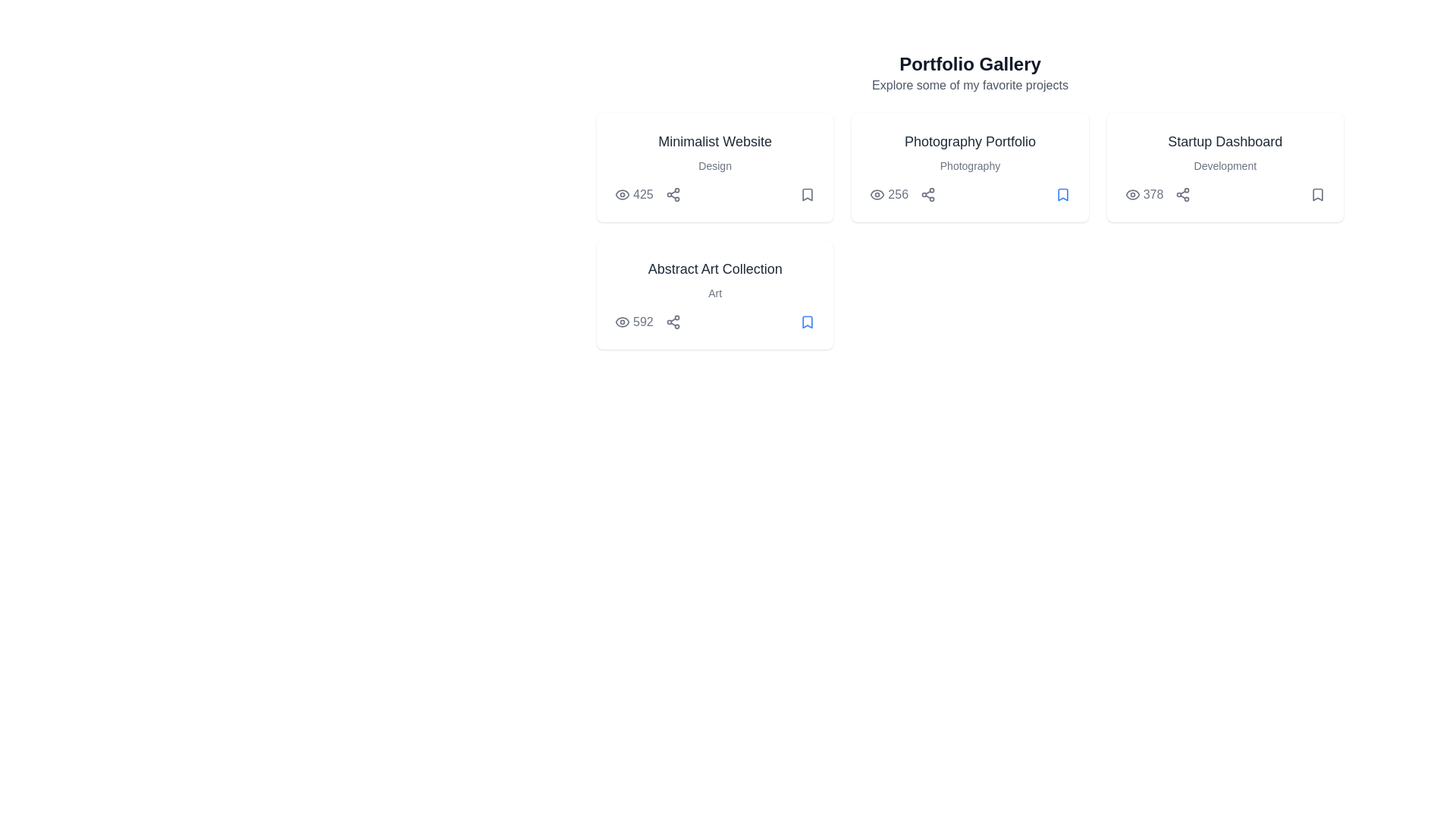 This screenshot has height=819, width=1456. I want to click on the fourth card in the grid layout, which displays 'Abstract Art Collection' and is located in the bottom-left section of the grid, so click(714, 295).